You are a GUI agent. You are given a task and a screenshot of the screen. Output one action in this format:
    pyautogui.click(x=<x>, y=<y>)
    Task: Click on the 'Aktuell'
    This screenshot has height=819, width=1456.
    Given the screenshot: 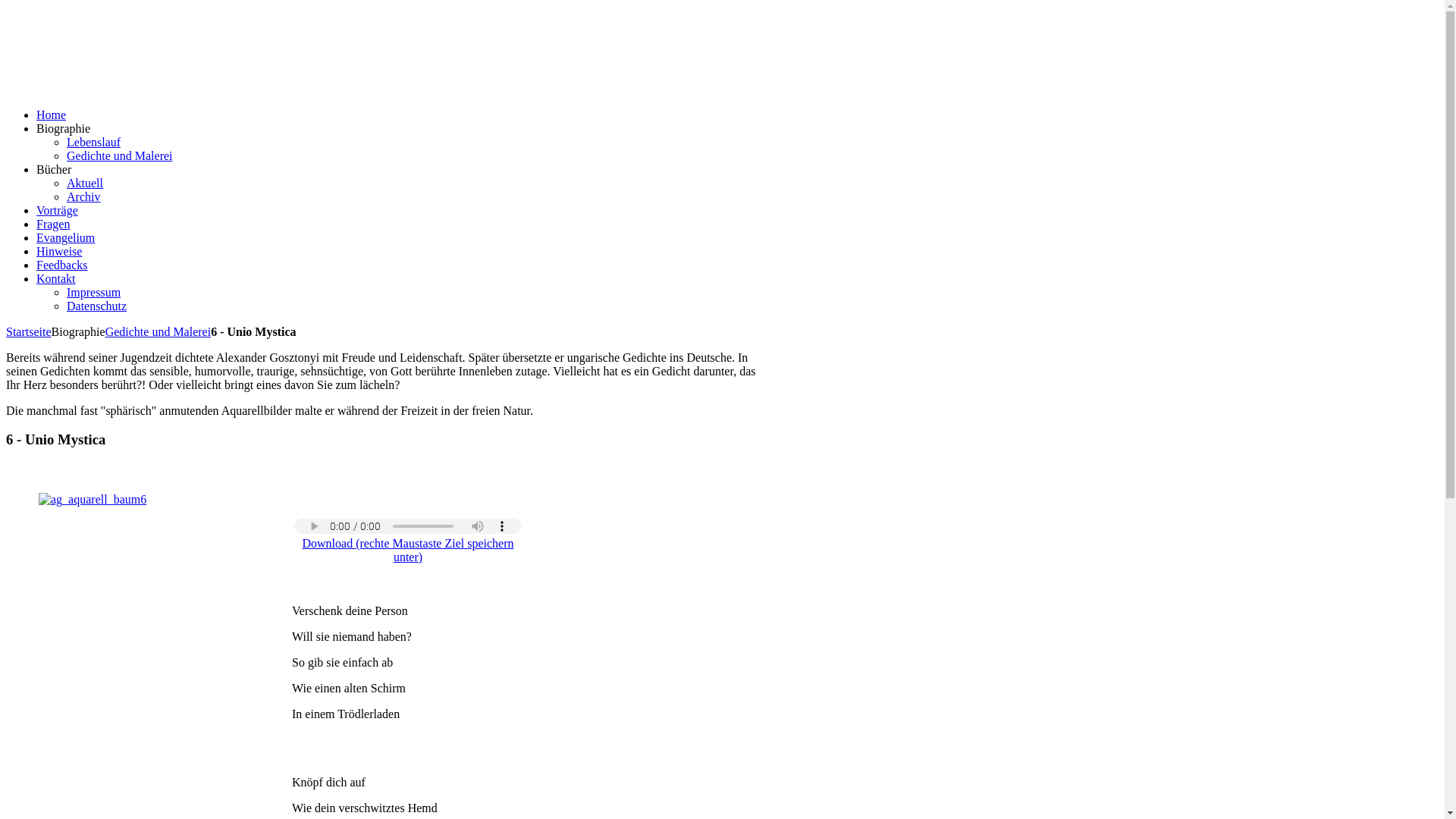 What is the action you would take?
    pyautogui.click(x=83, y=182)
    